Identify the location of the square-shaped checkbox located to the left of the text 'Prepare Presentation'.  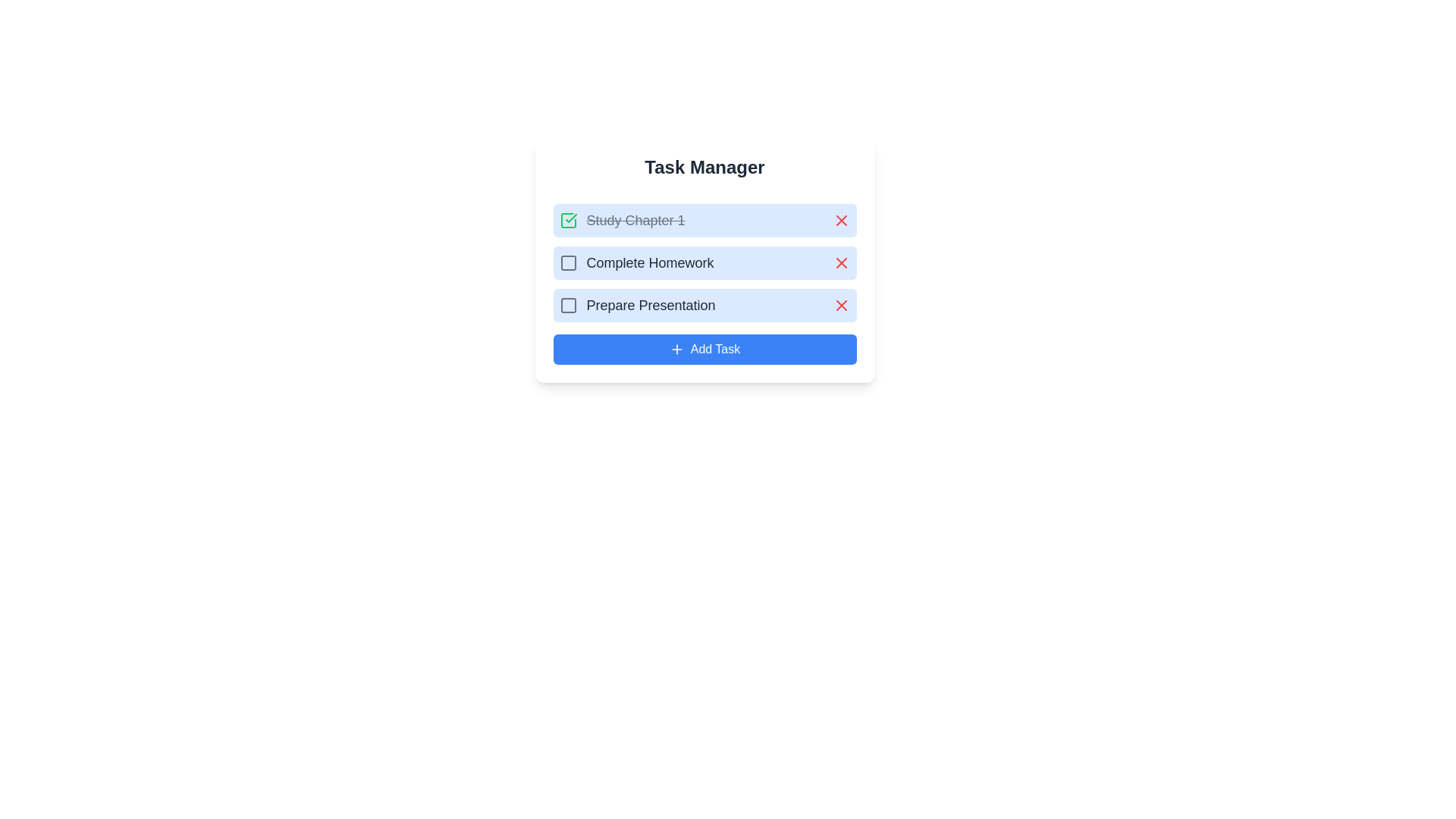
(567, 305).